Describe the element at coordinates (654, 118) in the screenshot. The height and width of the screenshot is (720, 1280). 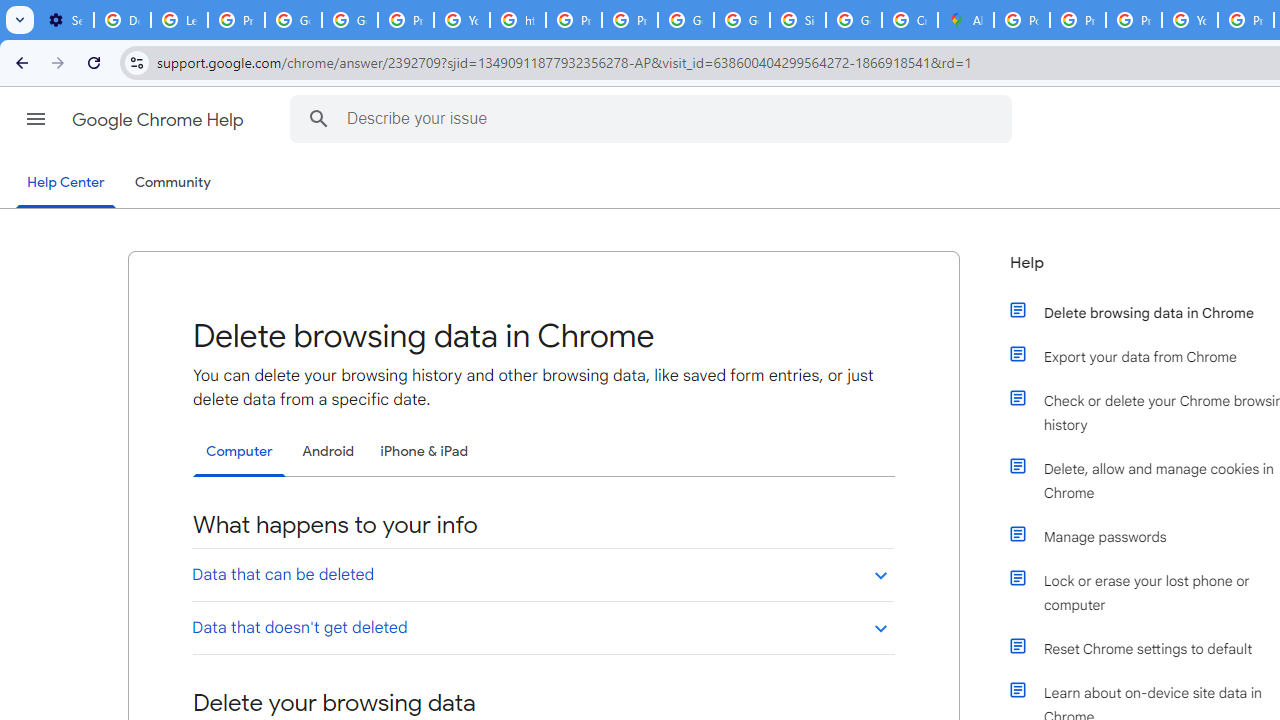
I see `'Describe your issue'` at that location.